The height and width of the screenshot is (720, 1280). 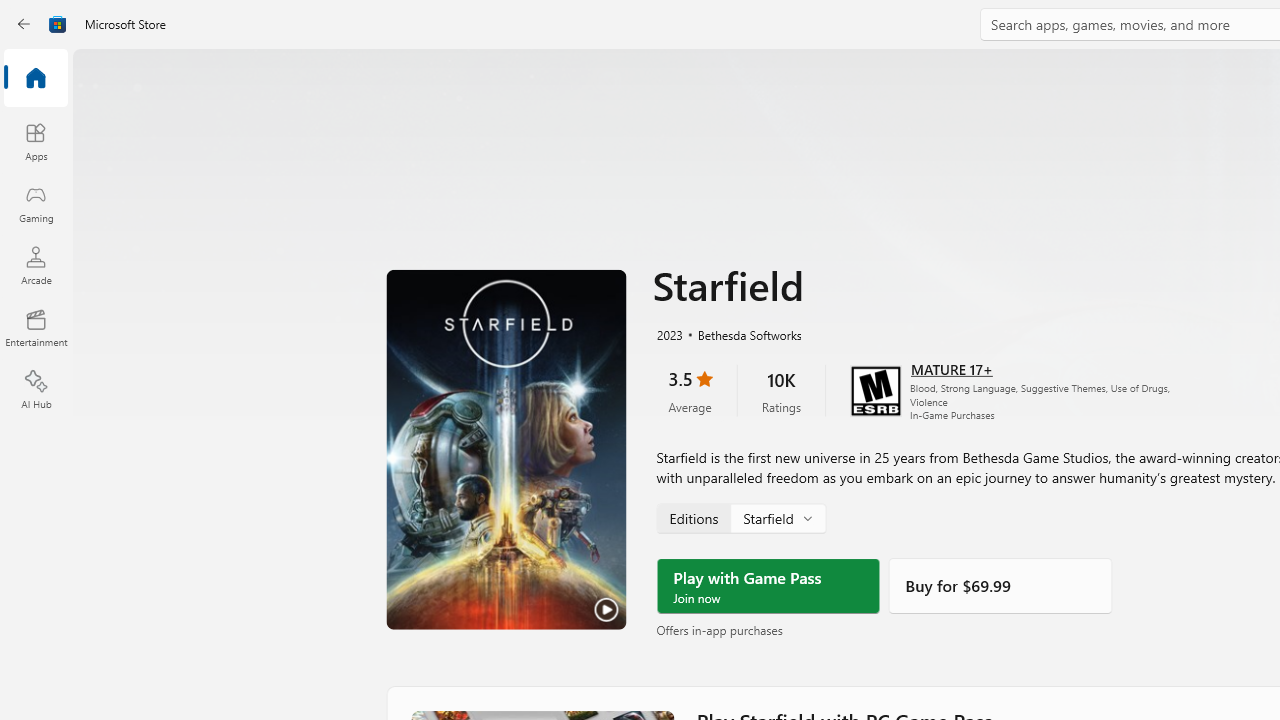 What do you see at coordinates (24, 24) in the screenshot?
I see `'Back'` at bounding box center [24, 24].